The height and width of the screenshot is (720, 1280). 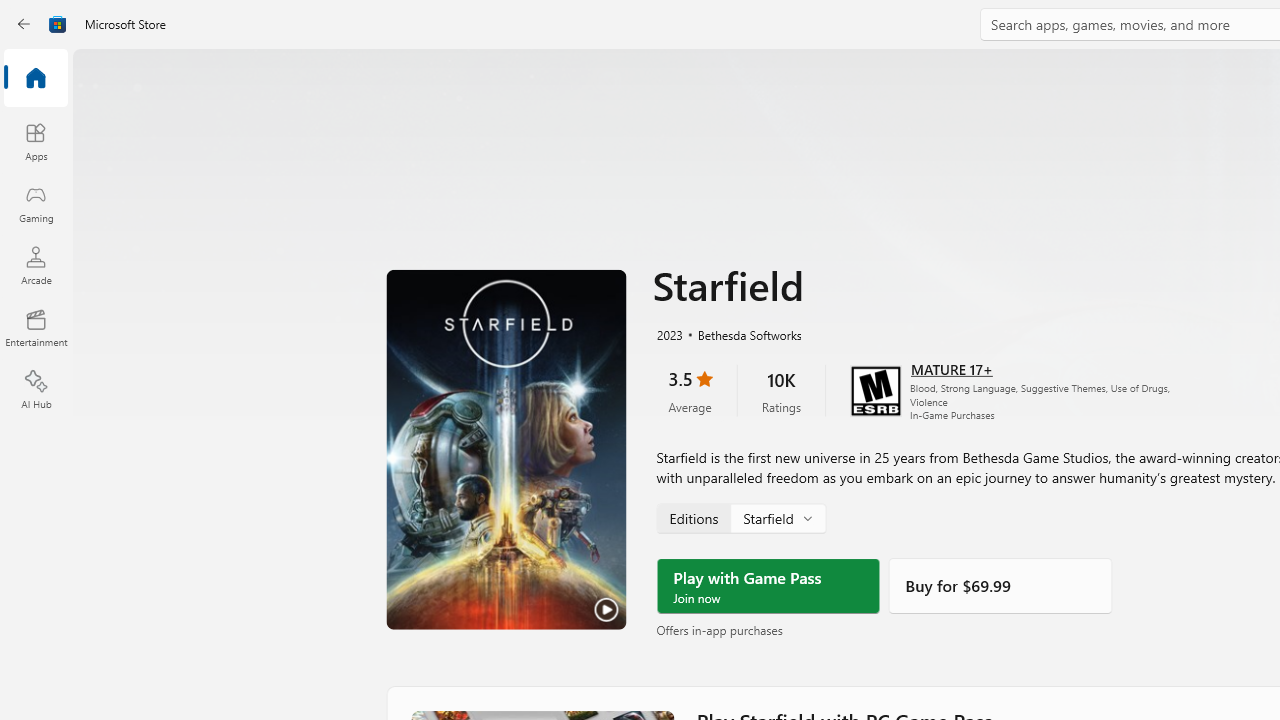 What do you see at coordinates (24, 24) in the screenshot?
I see `'Back'` at bounding box center [24, 24].